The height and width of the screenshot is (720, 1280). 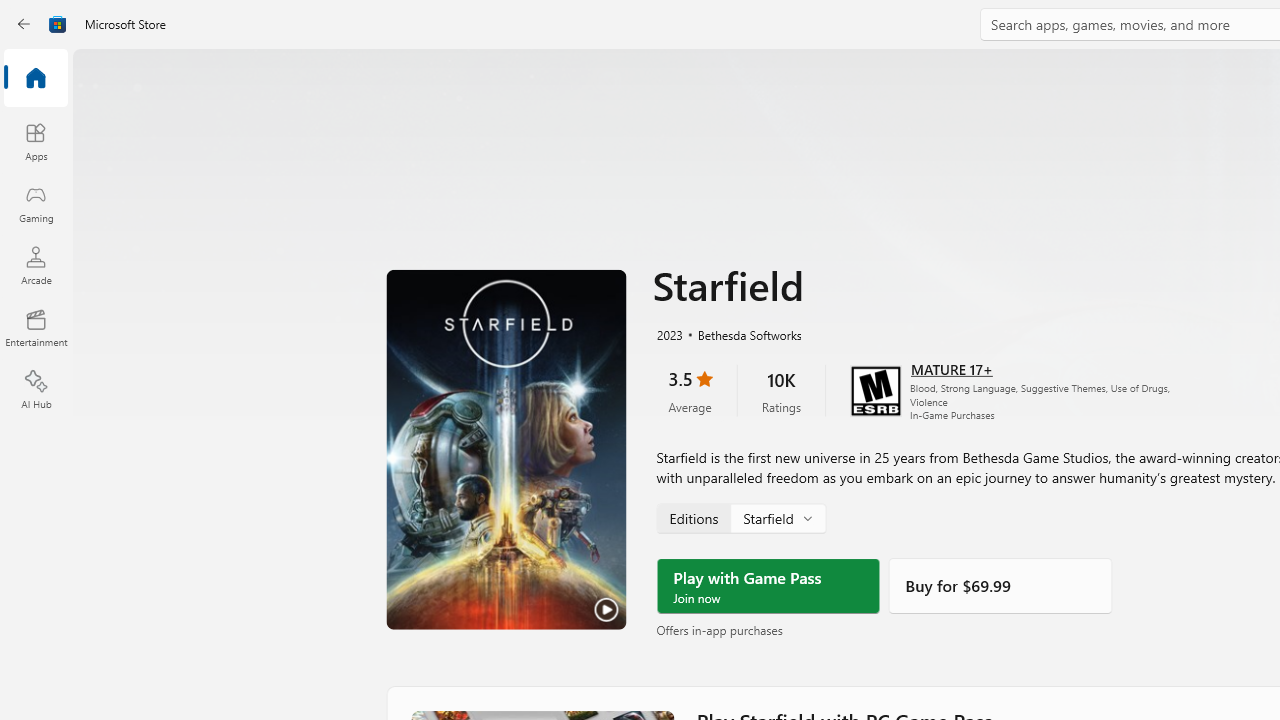 What do you see at coordinates (24, 24) in the screenshot?
I see `'Back'` at bounding box center [24, 24].